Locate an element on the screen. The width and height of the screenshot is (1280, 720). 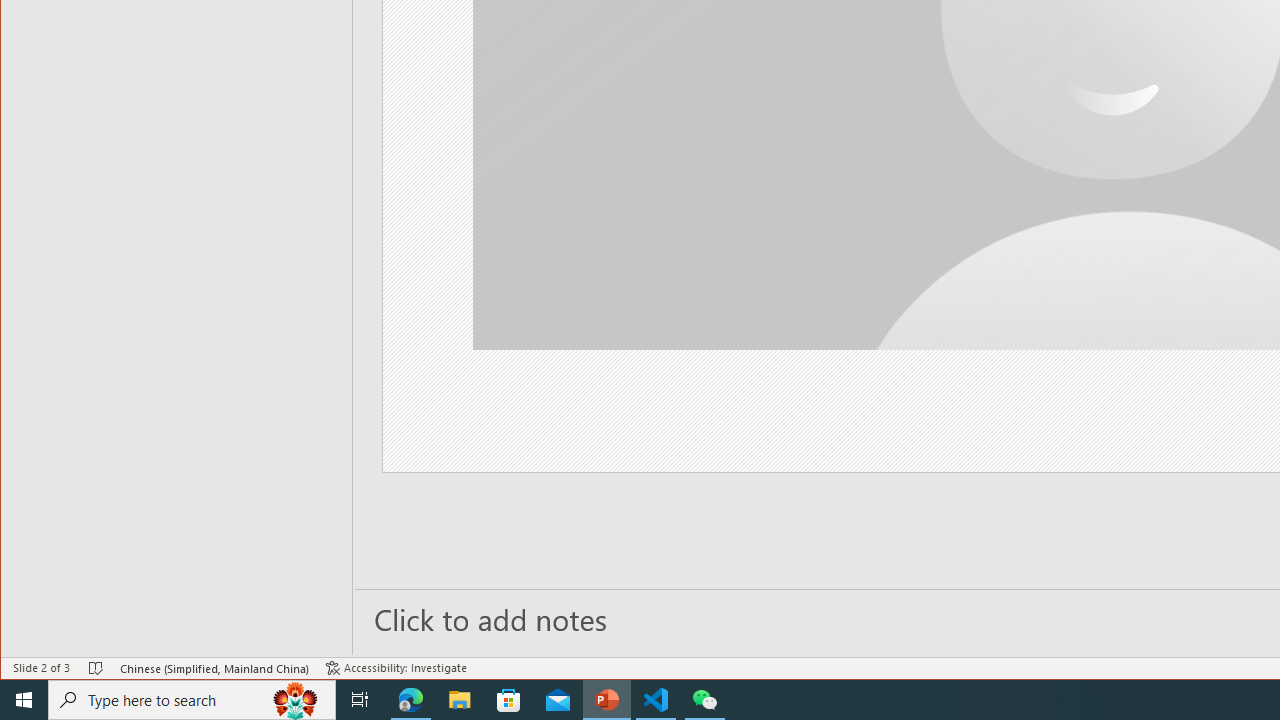
'WeChat - 1 running window' is located at coordinates (705, 698).